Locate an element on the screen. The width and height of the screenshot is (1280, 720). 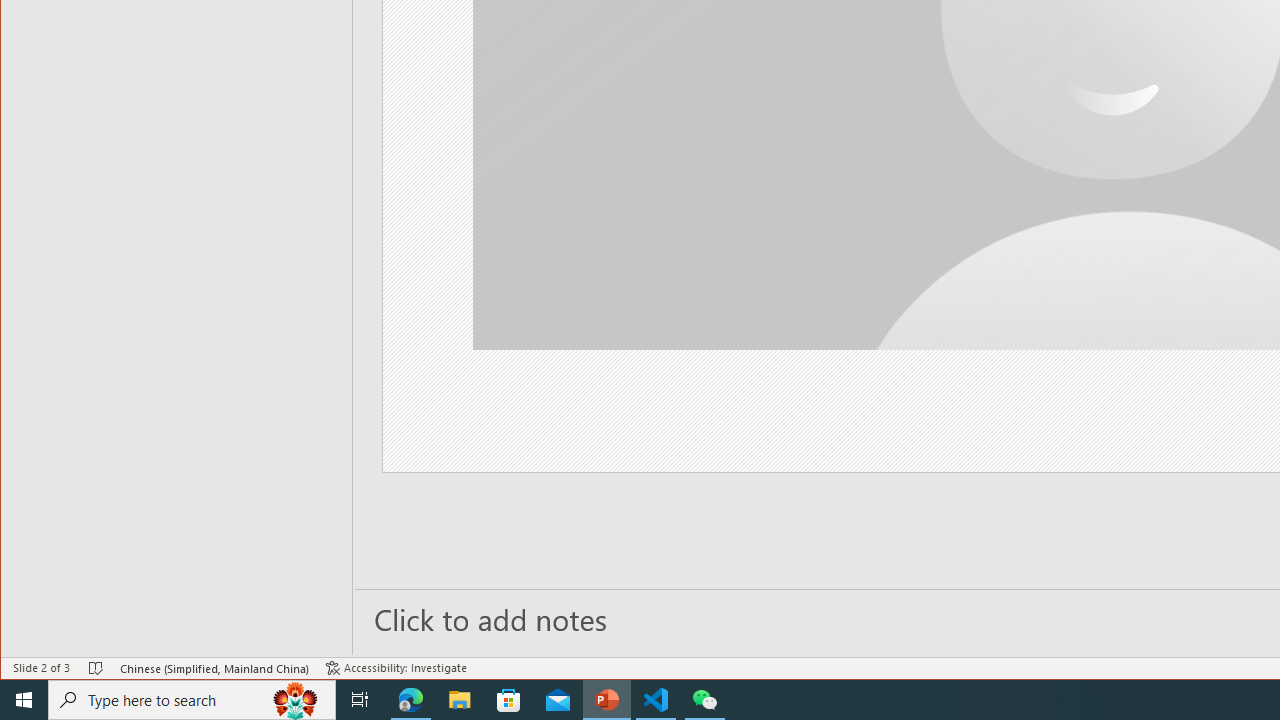
'WeChat - 1 running window' is located at coordinates (705, 698).